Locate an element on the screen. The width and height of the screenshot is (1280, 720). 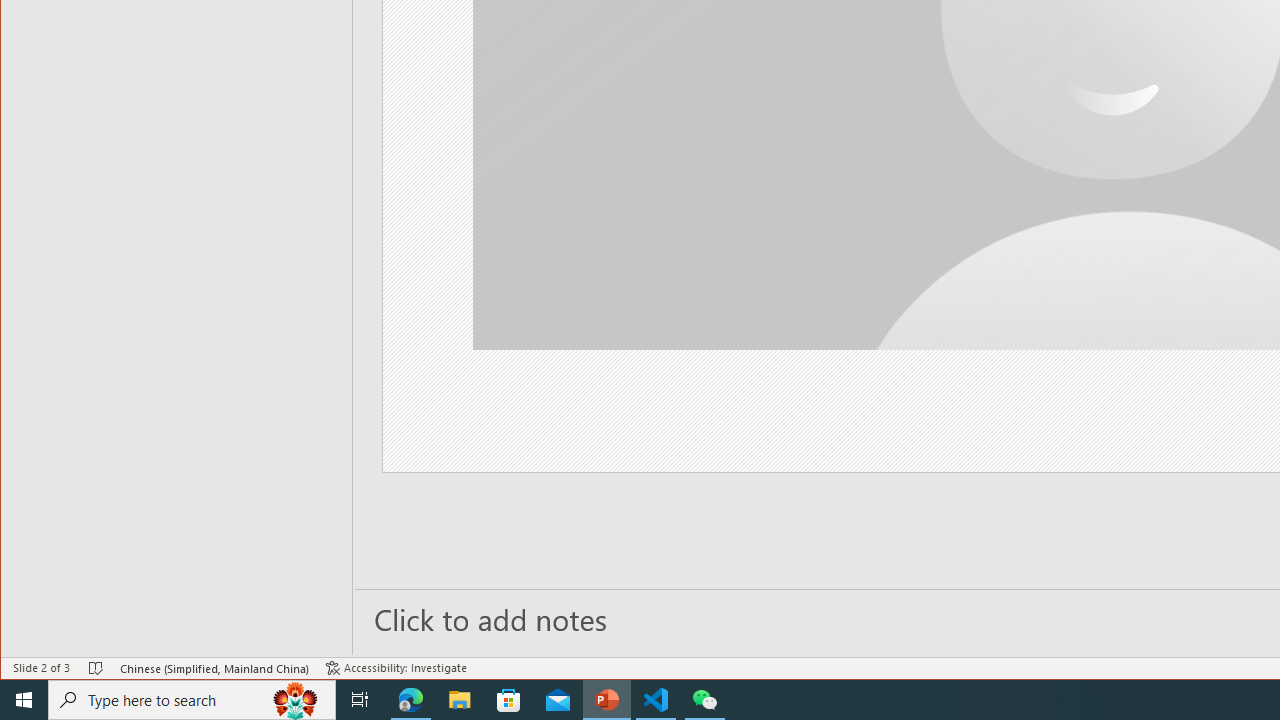
'WeChat - 1 running window' is located at coordinates (705, 698).